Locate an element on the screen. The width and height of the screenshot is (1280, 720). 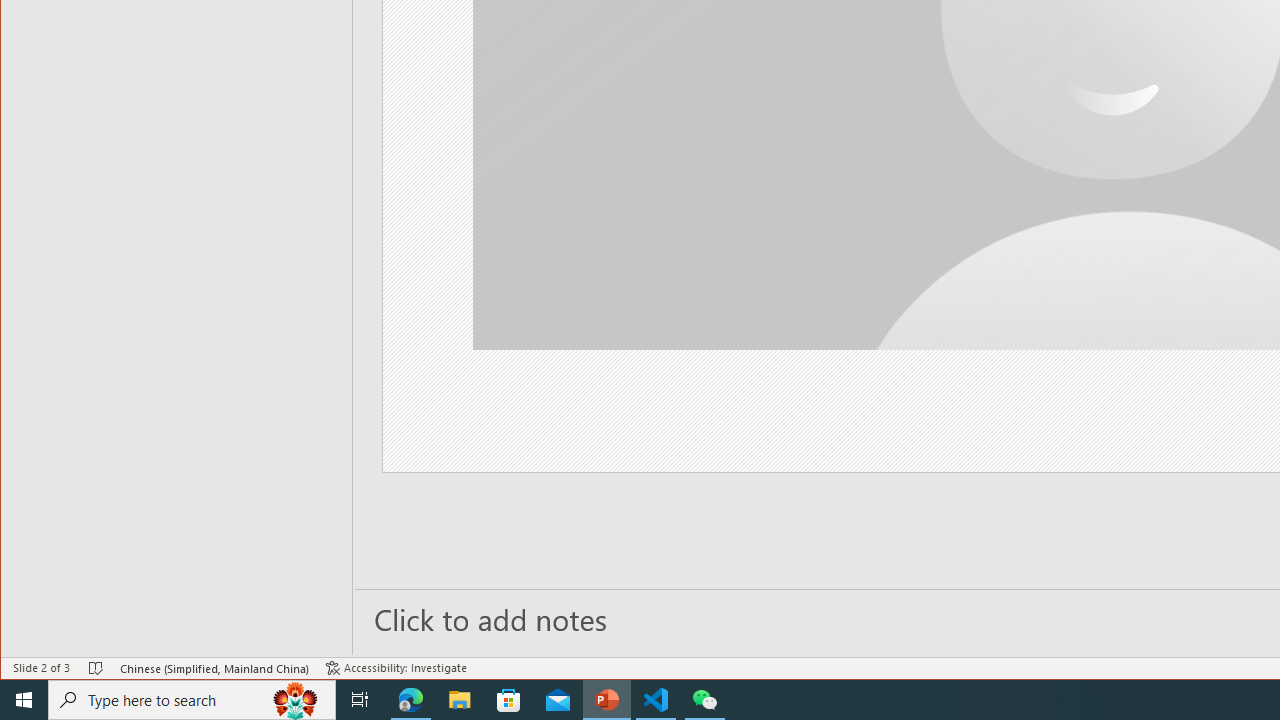
'WeChat - 1 running window' is located at coordinates (705, 698).